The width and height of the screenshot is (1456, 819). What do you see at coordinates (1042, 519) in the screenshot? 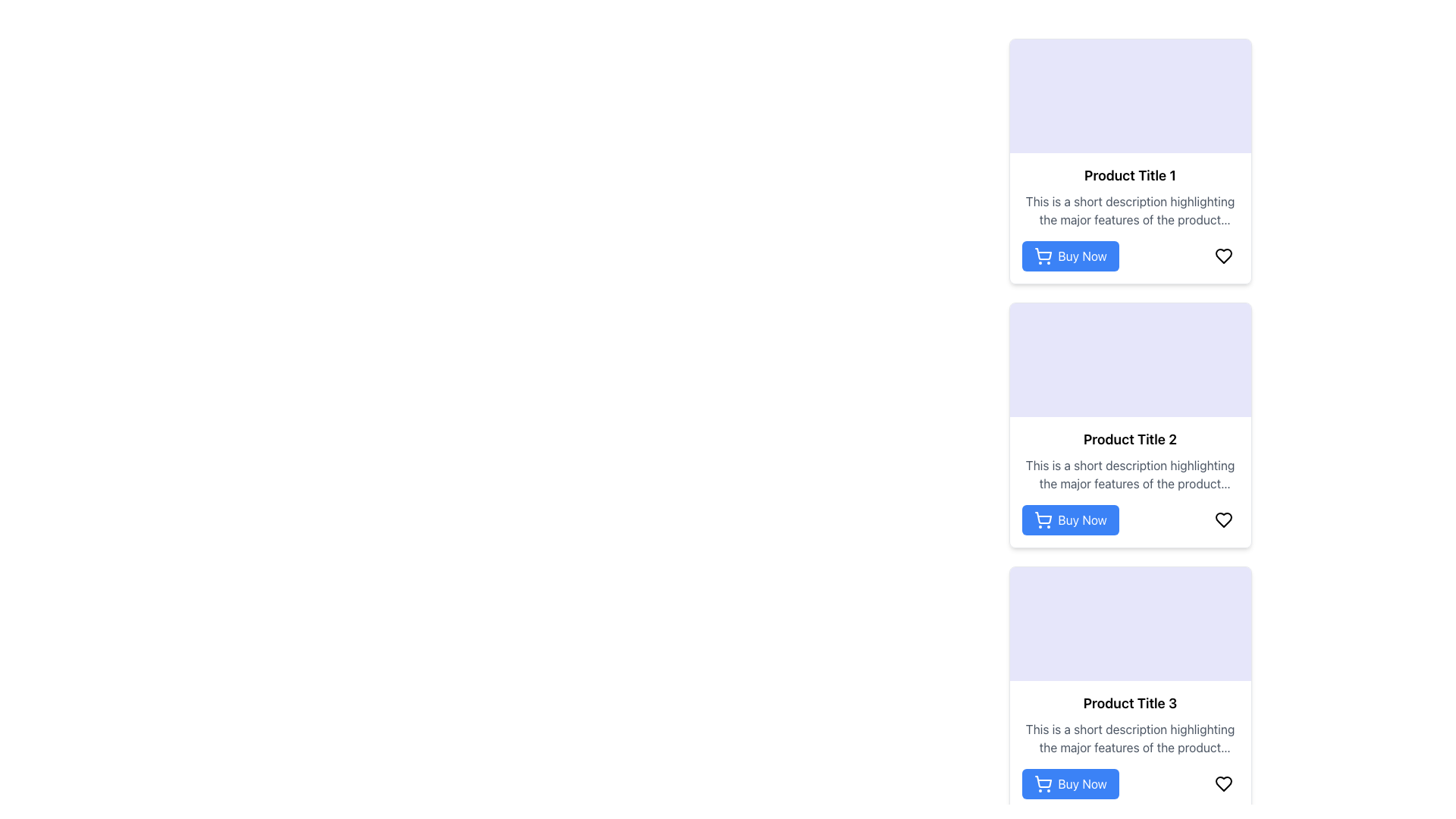
I see `the shopping cart icon embedded within the 'Buy Now' button, which is located at the bottom of the product card labeled 'Product Title 2'` at bounding box center [1042, 519].